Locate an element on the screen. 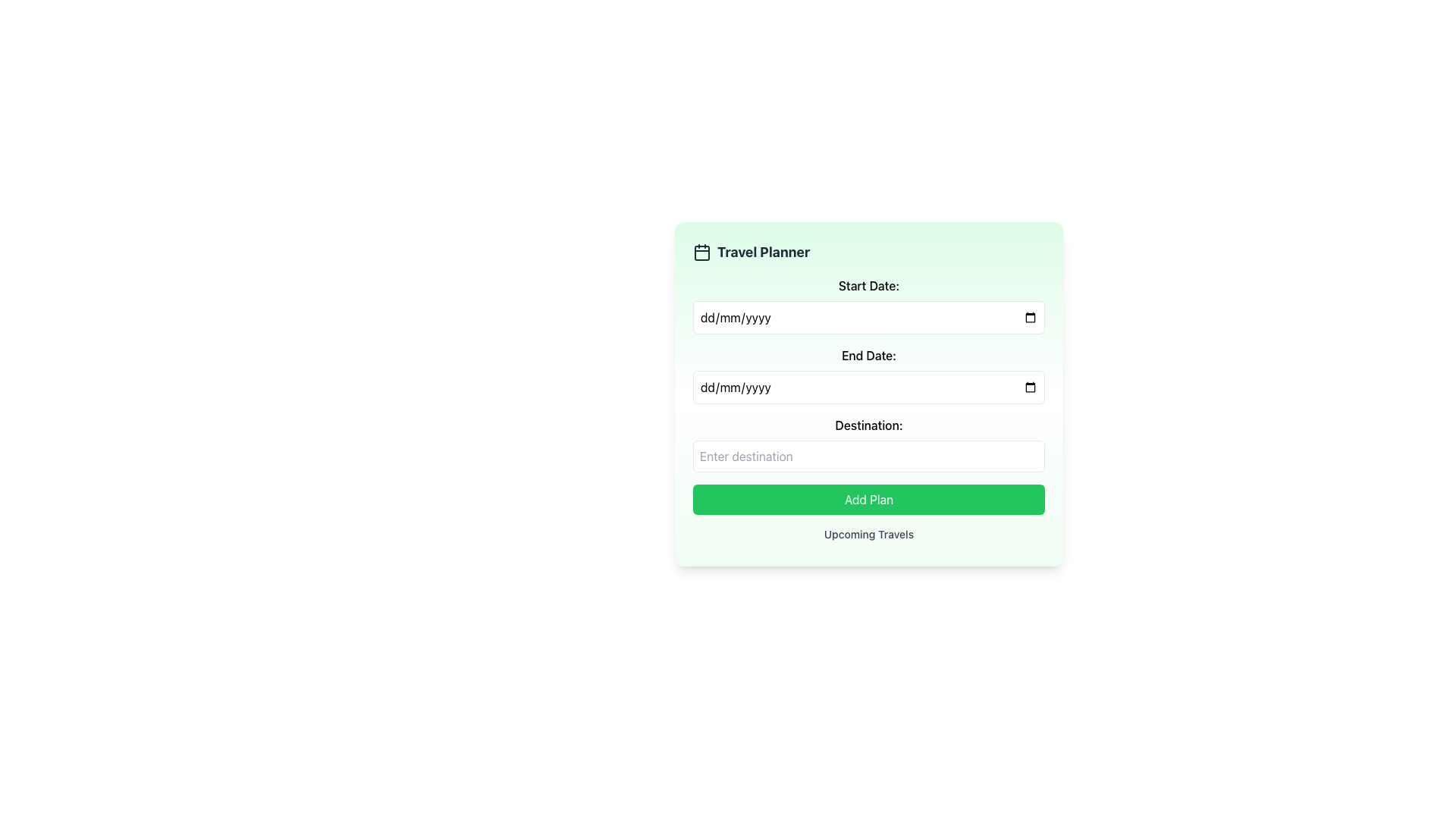 The width and height of the screenshot is (1456, 819). the decorative graphic within the SVG element of the calendar icon located at the top of the 'Travel Planner' card is located at coordinates (701, 253).